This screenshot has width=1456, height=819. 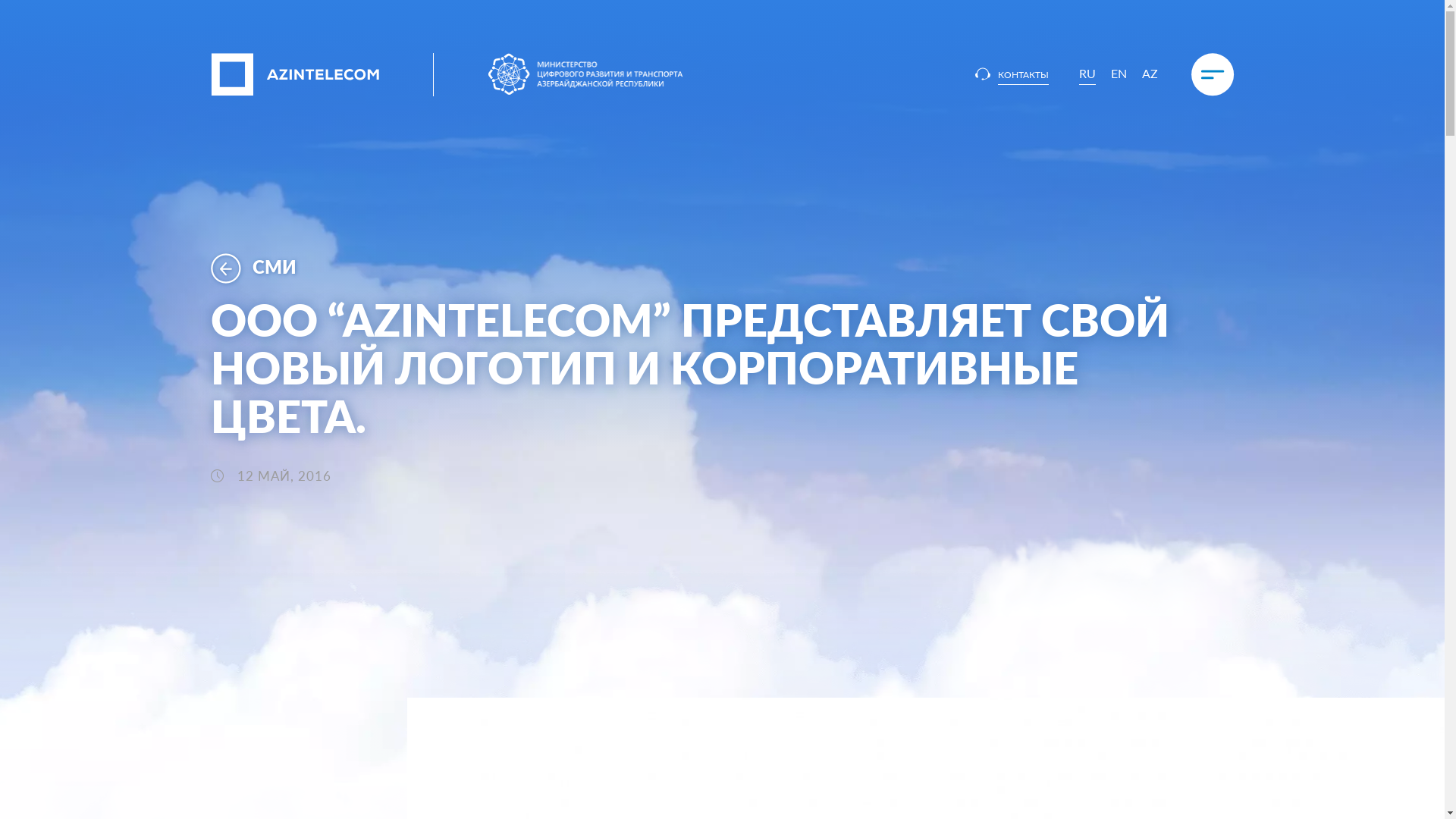 I want to click on 'AZ', so click(x=1150, y=73).